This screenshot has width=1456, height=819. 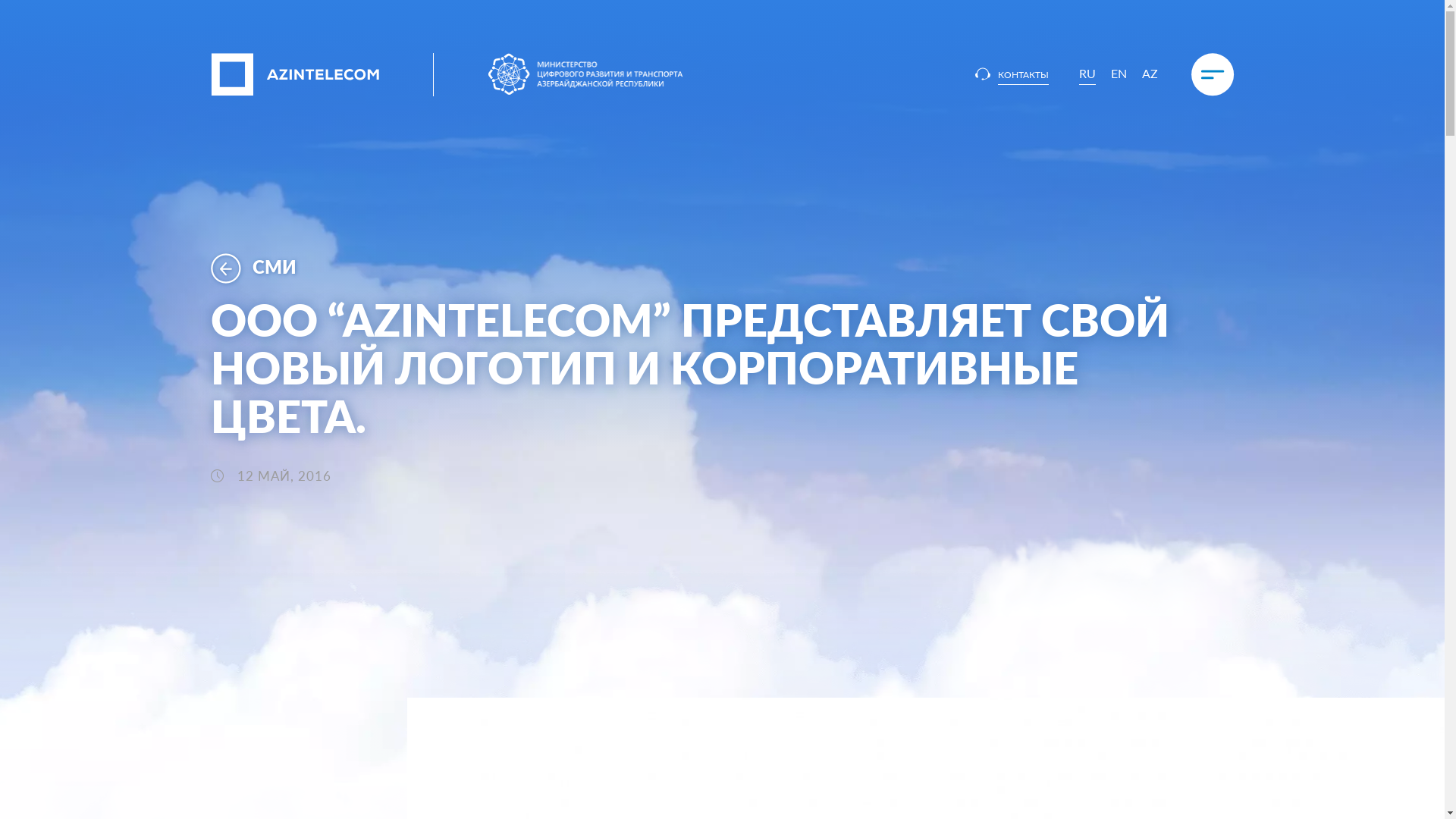 I want to click on 'AZ', so click(x=1150, y=73).